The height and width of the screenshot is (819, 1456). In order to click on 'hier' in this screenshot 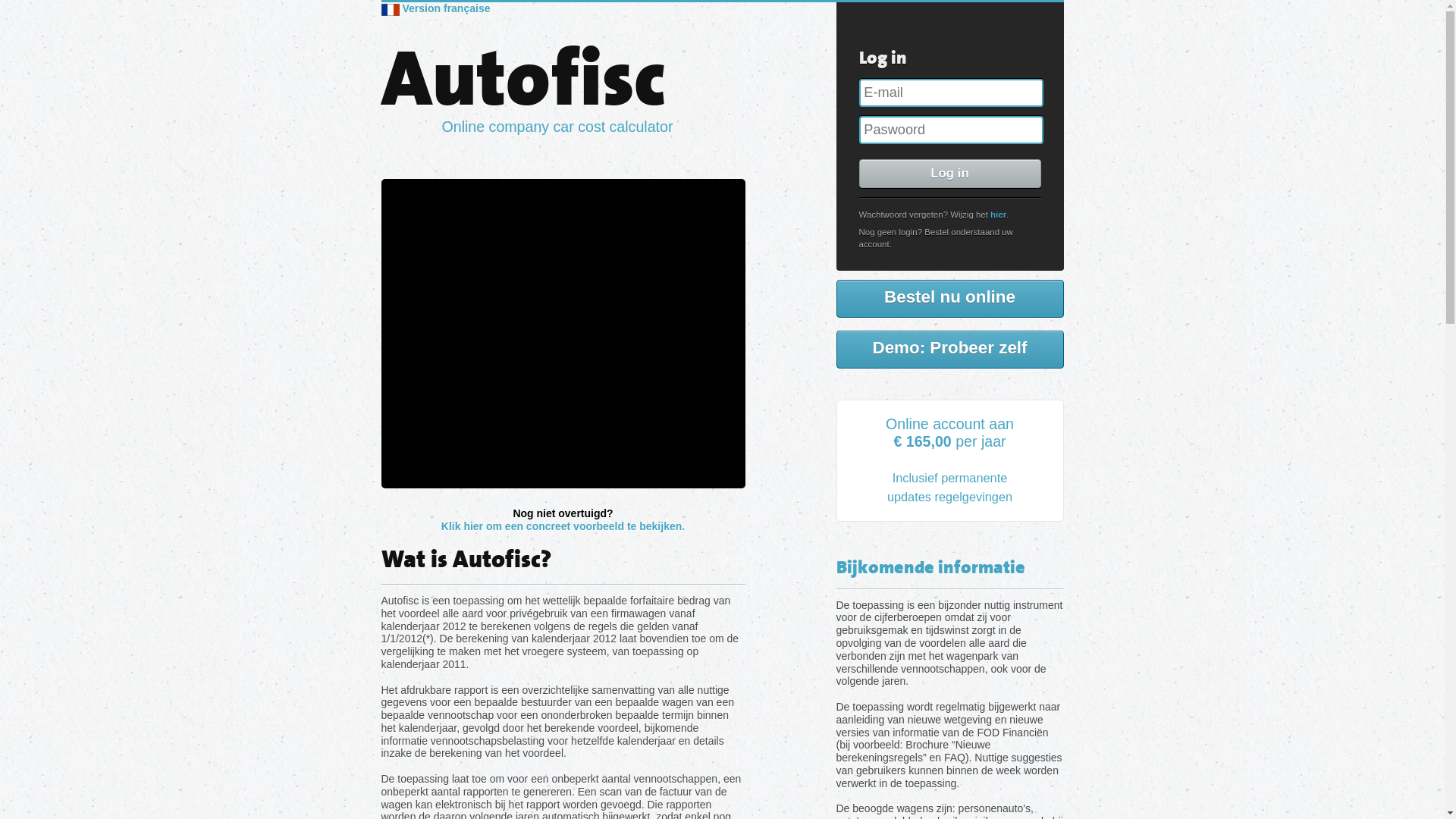, I will do `click(990, 214)`.